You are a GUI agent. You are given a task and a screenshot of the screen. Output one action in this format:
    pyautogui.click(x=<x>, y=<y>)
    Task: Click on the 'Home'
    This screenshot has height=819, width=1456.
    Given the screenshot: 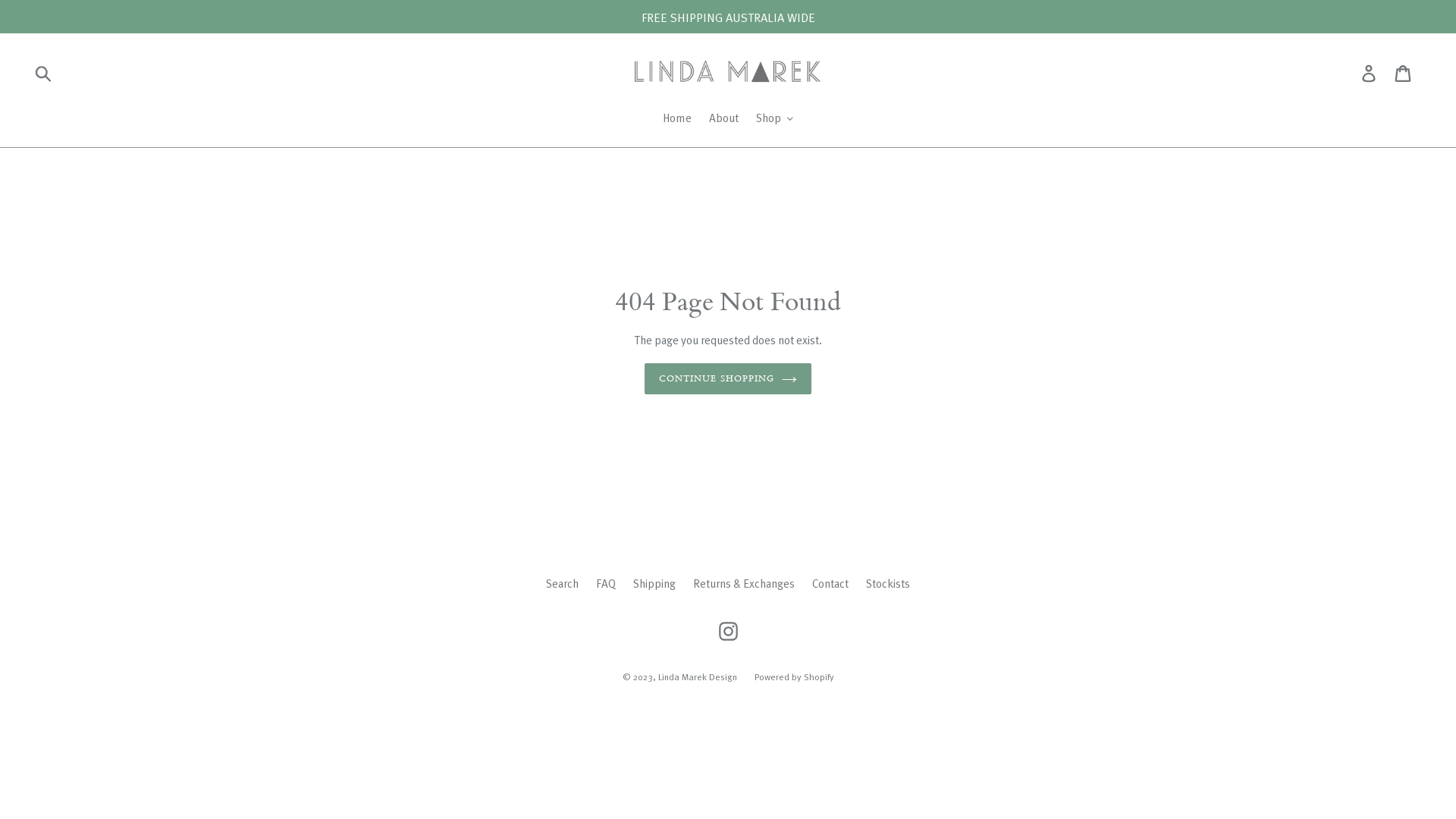 What is the action you would take?
    pyautogui.click(x=676, y=118)
    